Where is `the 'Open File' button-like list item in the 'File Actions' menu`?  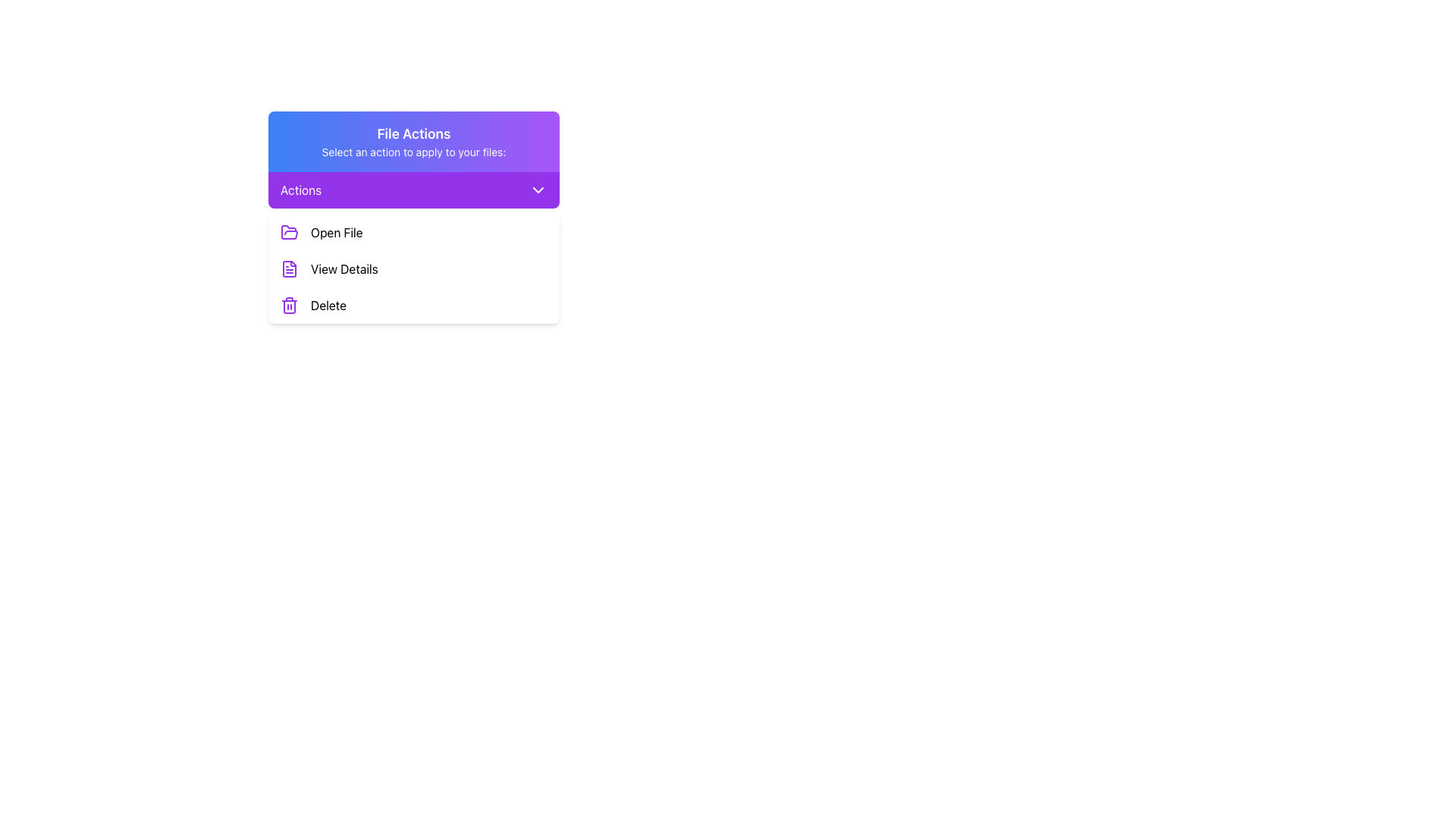 the 'Open File' button-like list item in the 'File Actions' menu is located at coordinates (414, 233).